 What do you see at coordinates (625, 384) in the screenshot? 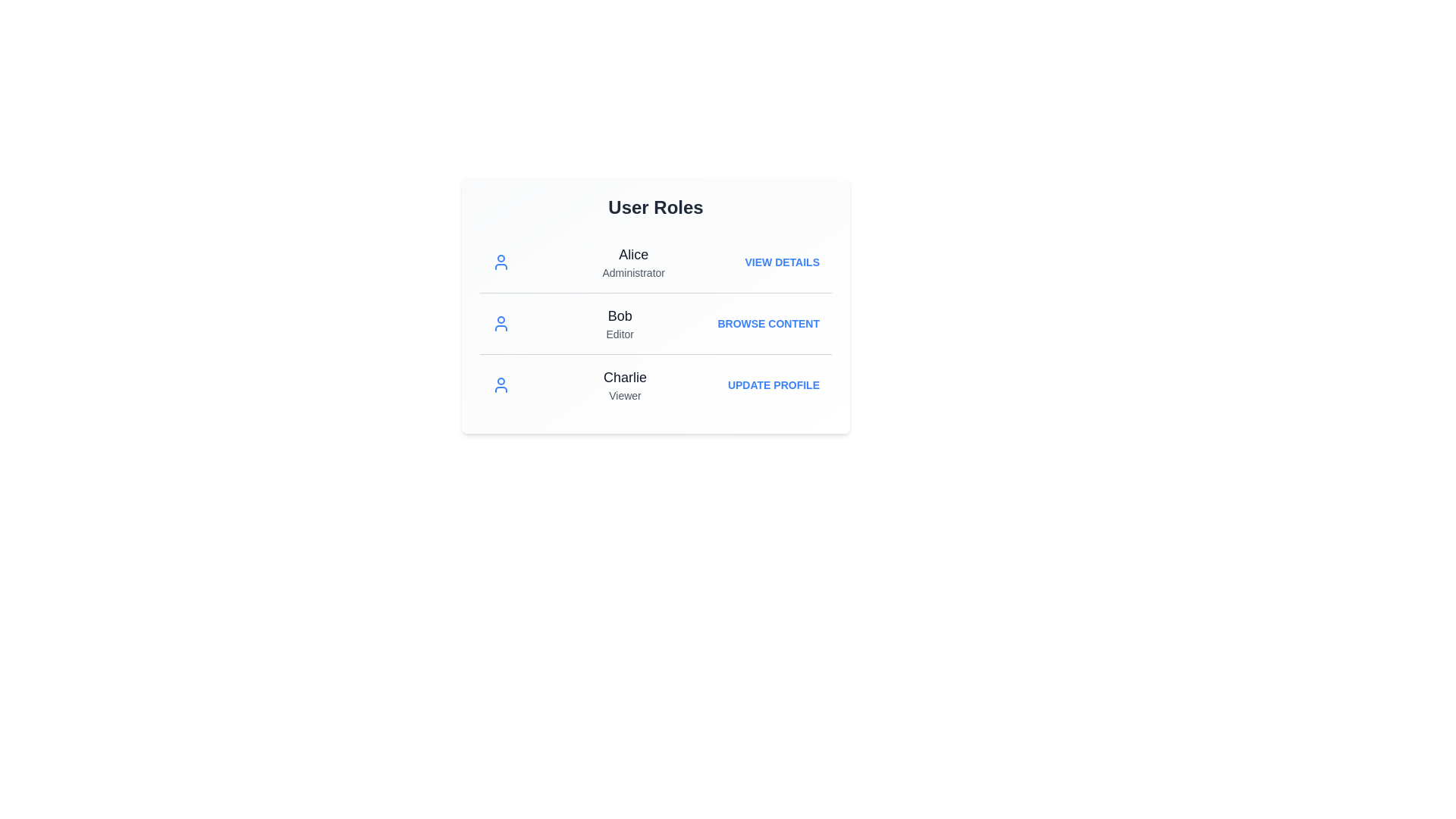
I see `the Text display element containing 'Charlie' and 'Viewer', which is the third component in the user role list` at bounding box center [625, 384].